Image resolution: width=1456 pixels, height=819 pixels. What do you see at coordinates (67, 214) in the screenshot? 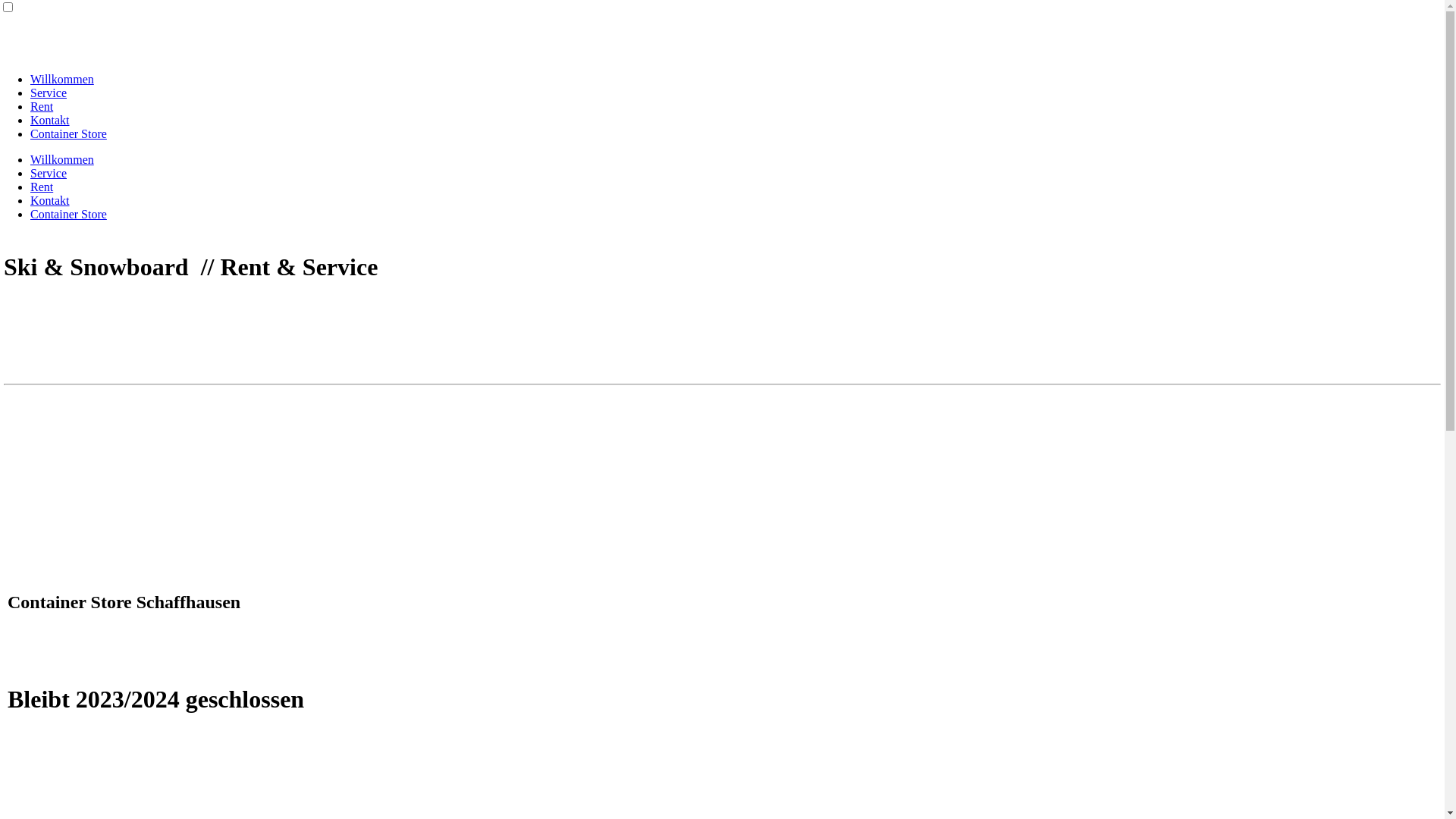
I see `'Container Store'` at bounding box center [67, 214].